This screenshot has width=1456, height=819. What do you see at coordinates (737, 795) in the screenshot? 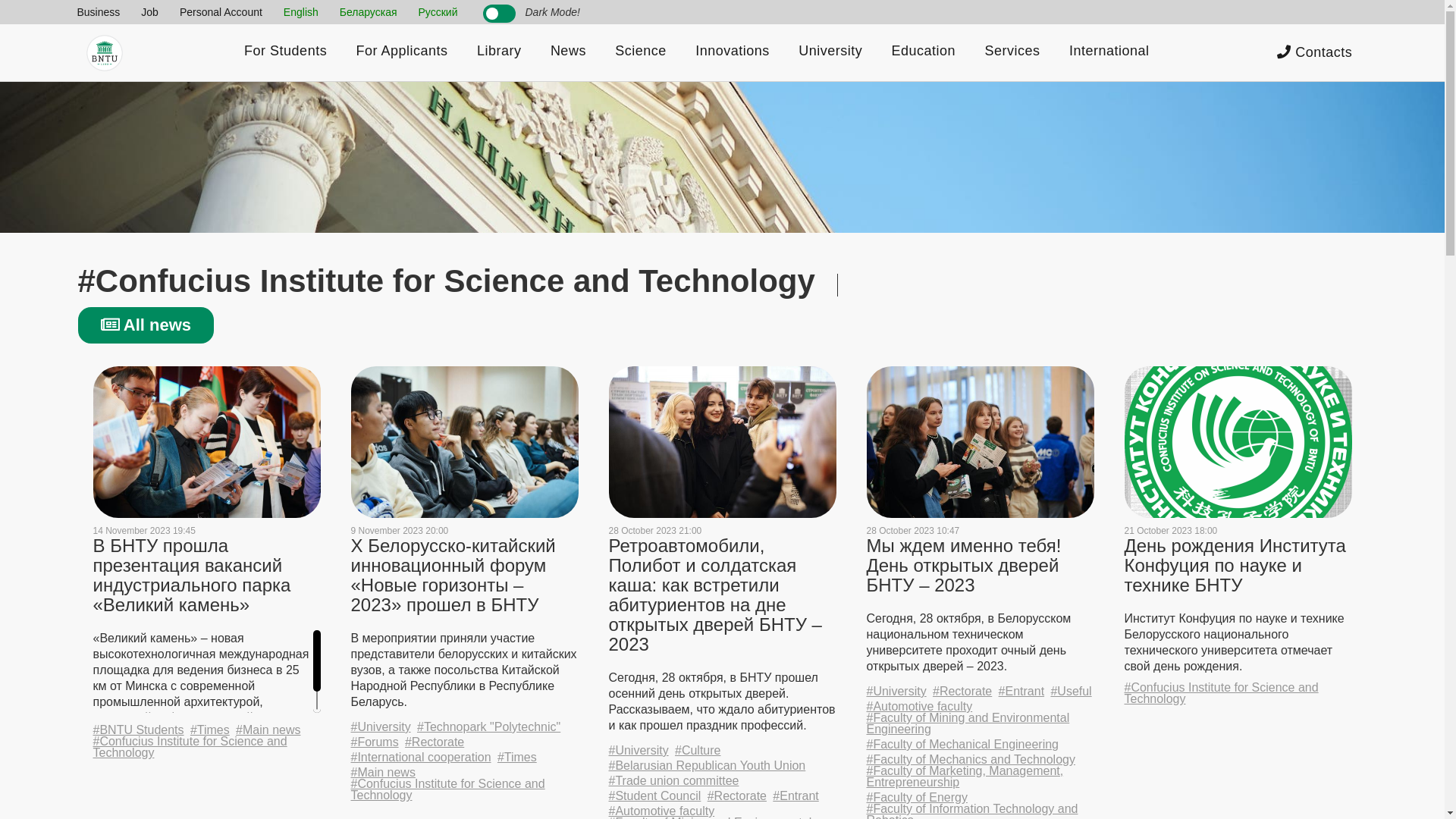
I see `'#Rectorate'` at bounding box center [737, 795].